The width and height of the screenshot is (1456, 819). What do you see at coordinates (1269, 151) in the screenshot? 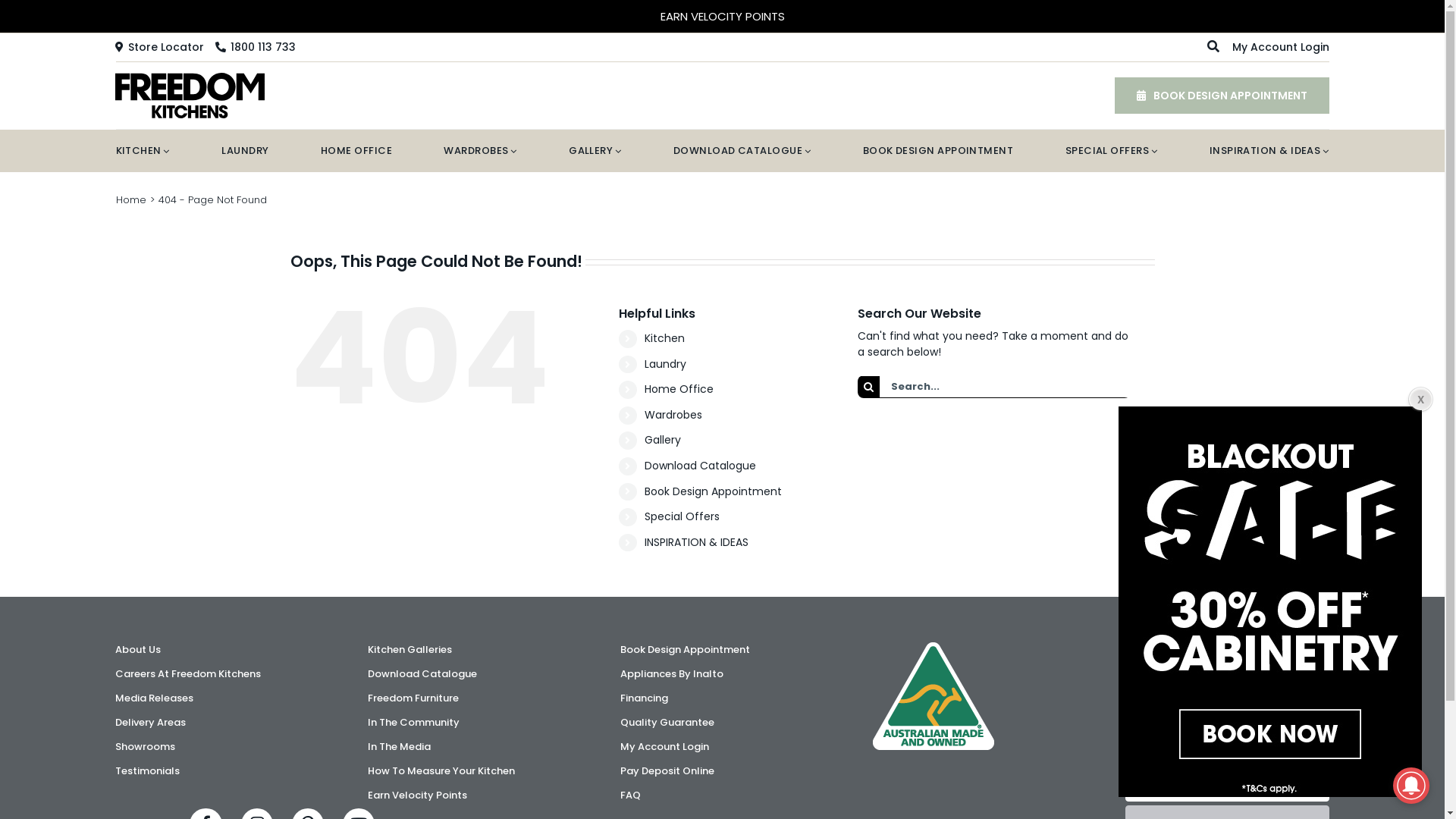
I see `'INSPIRATION & IDEAS'` at bounding box center [1269, 151].